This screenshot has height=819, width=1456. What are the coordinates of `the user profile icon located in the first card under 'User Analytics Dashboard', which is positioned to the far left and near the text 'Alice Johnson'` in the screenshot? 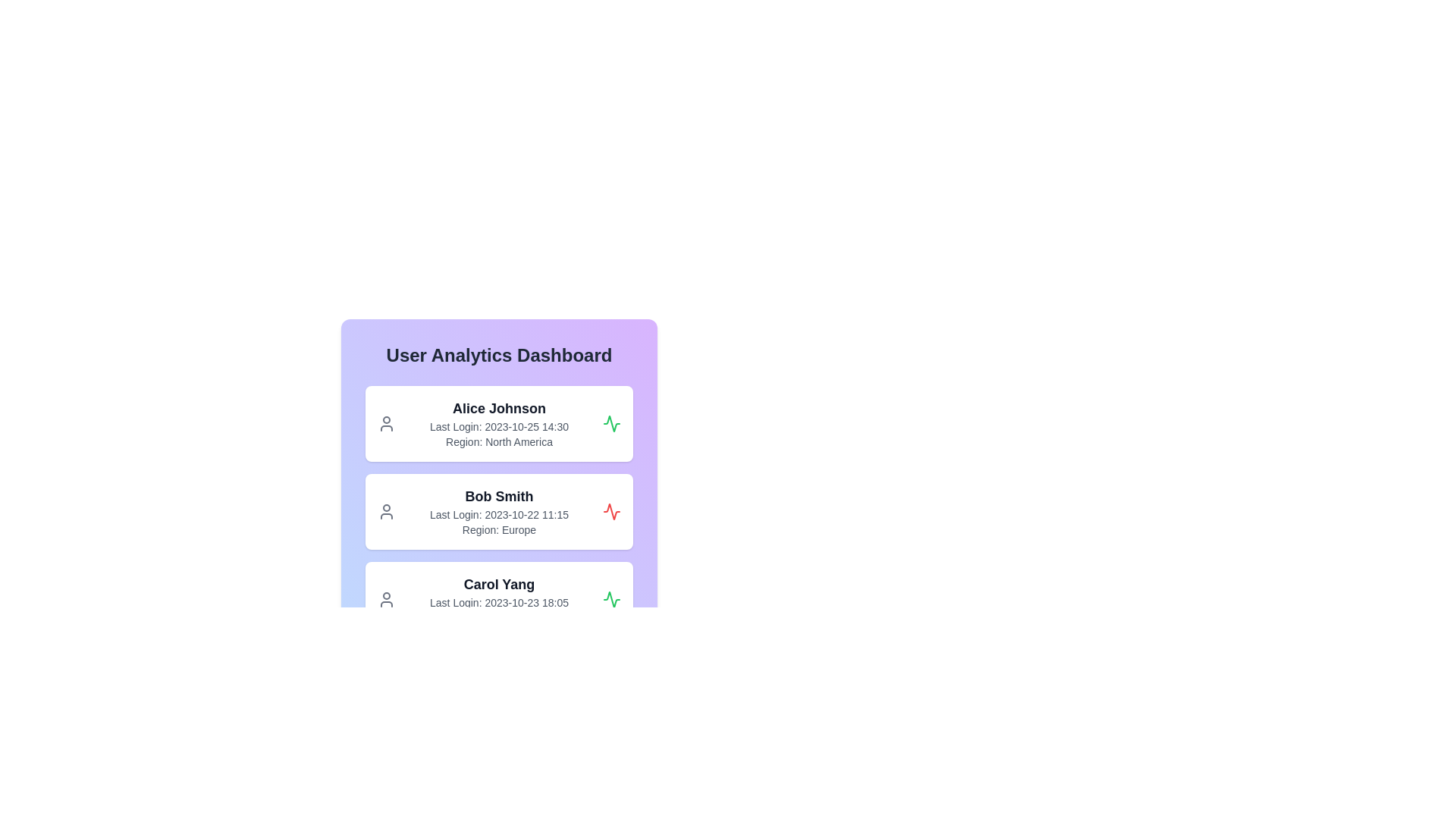 It's located at (386, 424).